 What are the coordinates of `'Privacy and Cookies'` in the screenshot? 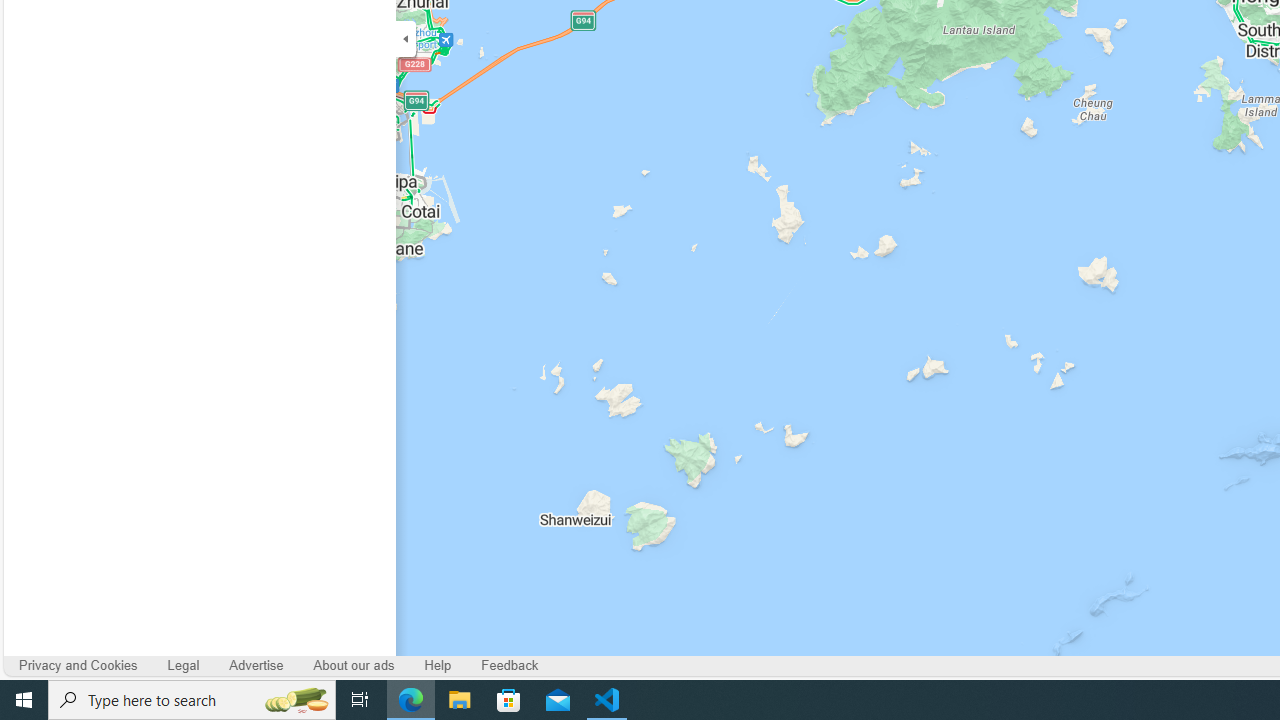 It's located at (78, 665).